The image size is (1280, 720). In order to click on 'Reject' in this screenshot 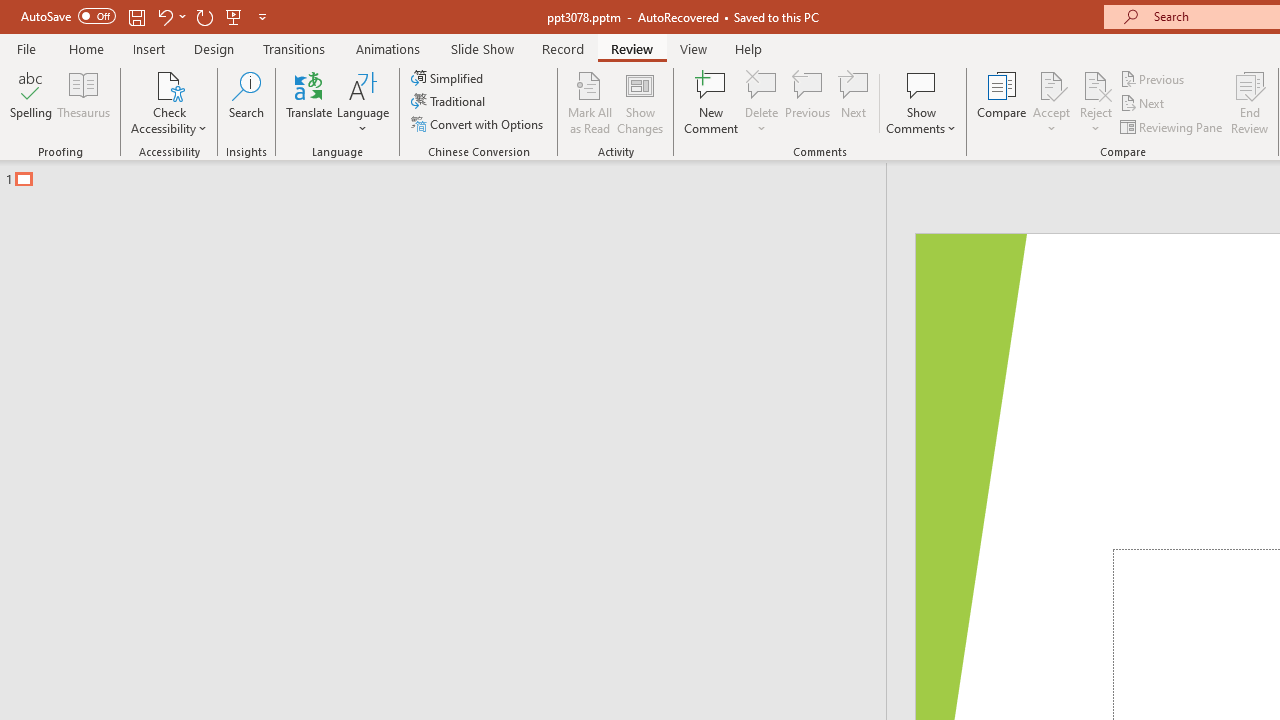, I will do `click(1095, 103)`.